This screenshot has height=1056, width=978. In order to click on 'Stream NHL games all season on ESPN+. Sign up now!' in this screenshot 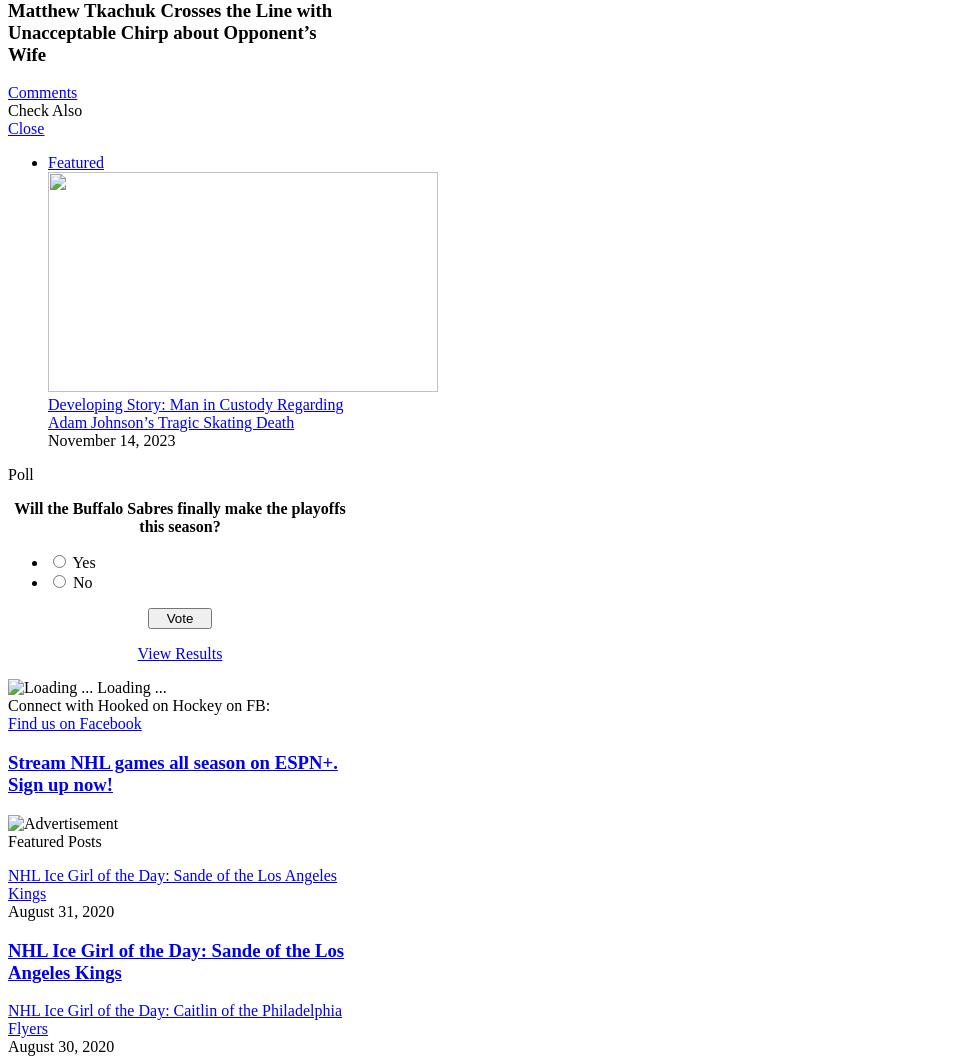, I will do `click(172, 772)`.